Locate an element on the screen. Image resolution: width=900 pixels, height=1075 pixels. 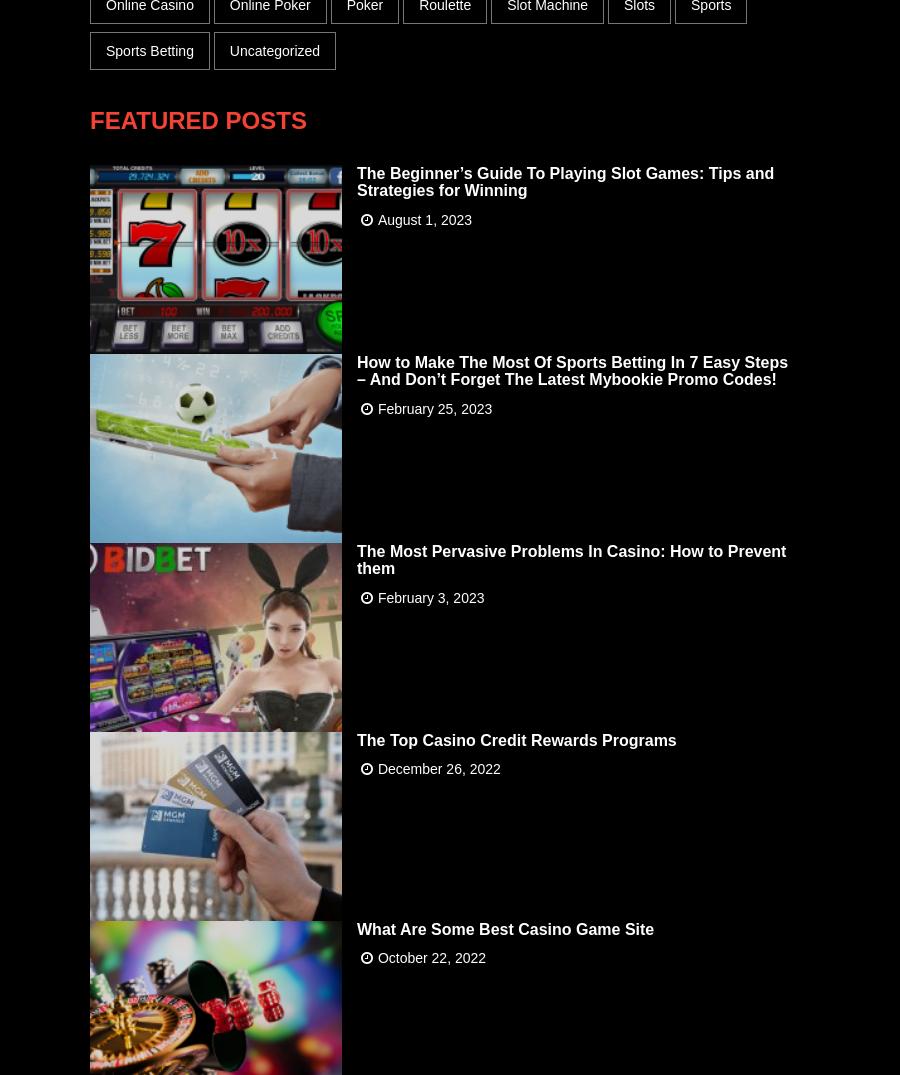
'The Most Pervasive Problems In Casino: How to Prevent them' is located at coordinates (571, 558).